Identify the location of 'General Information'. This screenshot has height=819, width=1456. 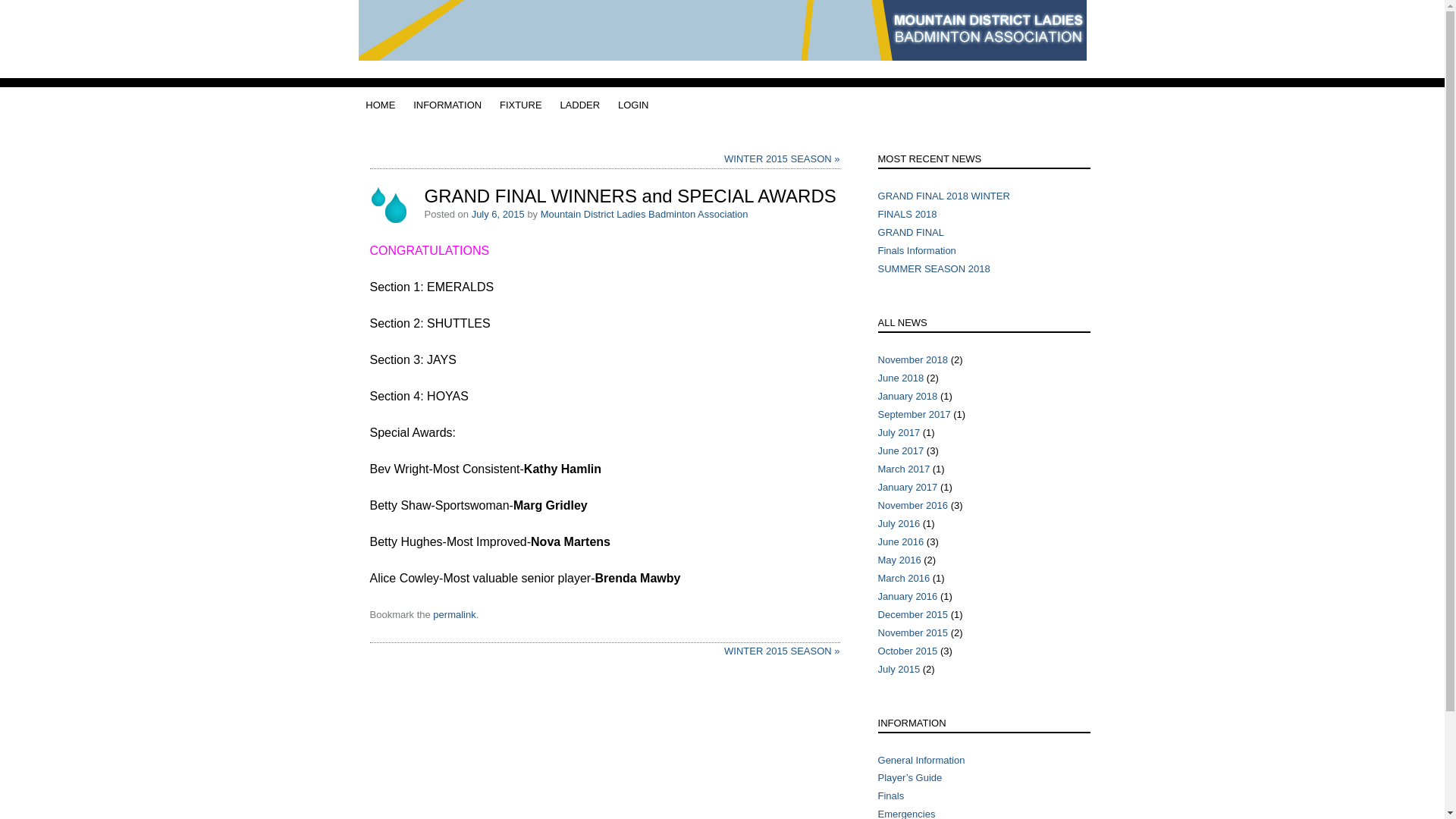
(921, 759).